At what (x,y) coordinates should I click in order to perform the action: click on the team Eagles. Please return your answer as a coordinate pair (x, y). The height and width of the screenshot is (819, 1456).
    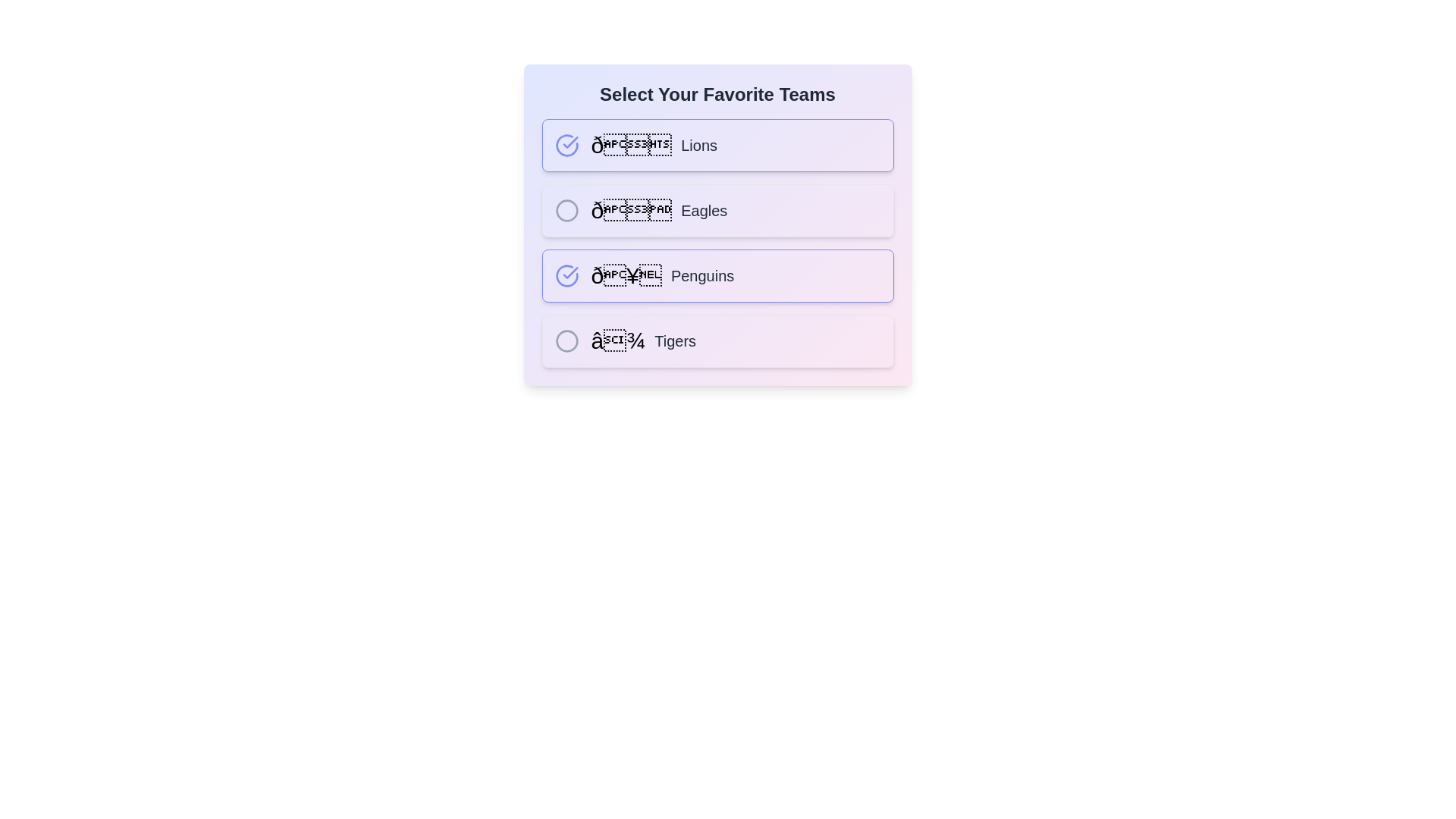
    Looking at the image, I should click on (566, 210).